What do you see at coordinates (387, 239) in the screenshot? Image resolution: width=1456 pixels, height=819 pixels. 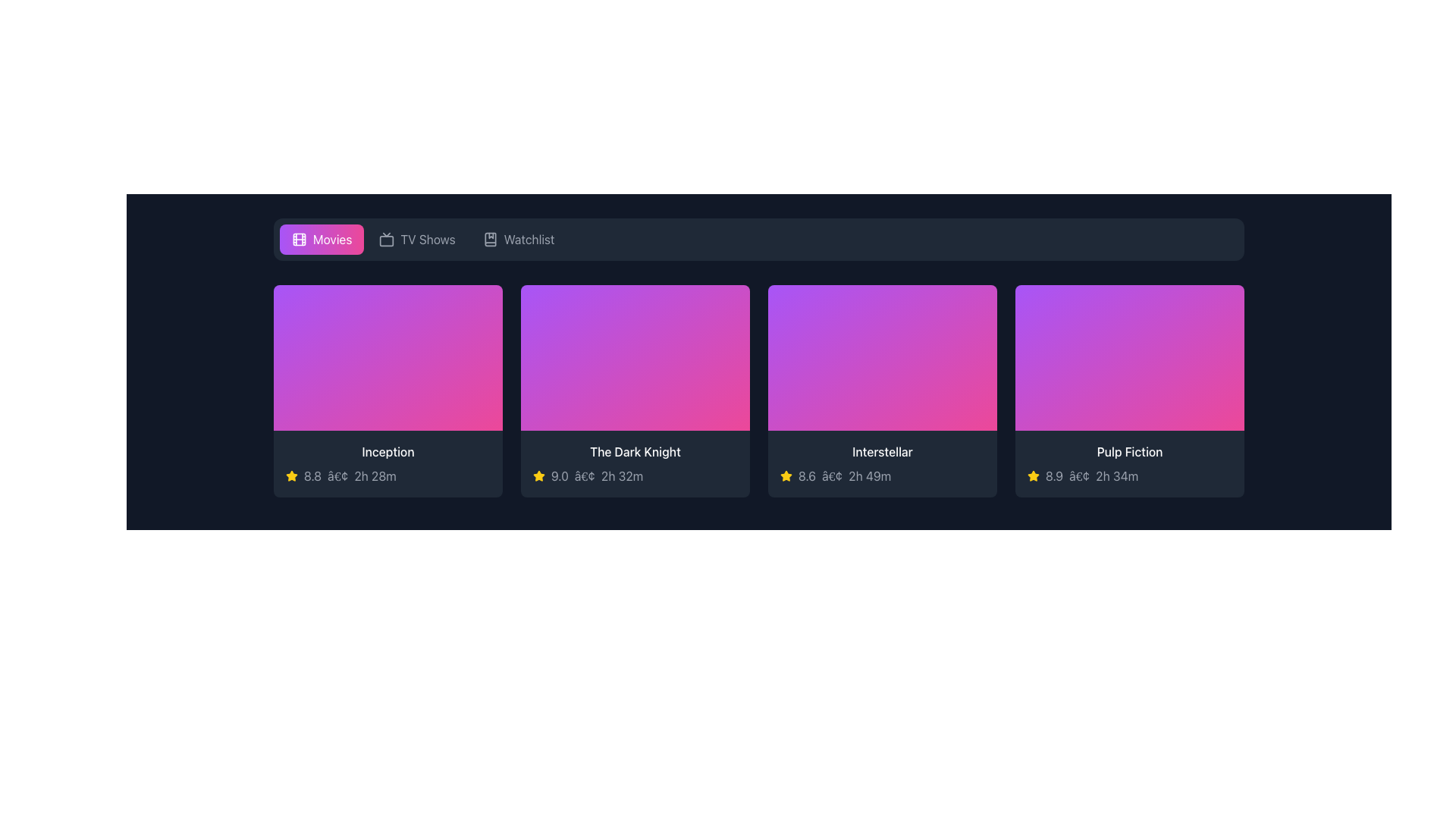 I see `the TV-shaped icon in the header menu` at bounding box center [387, 239].